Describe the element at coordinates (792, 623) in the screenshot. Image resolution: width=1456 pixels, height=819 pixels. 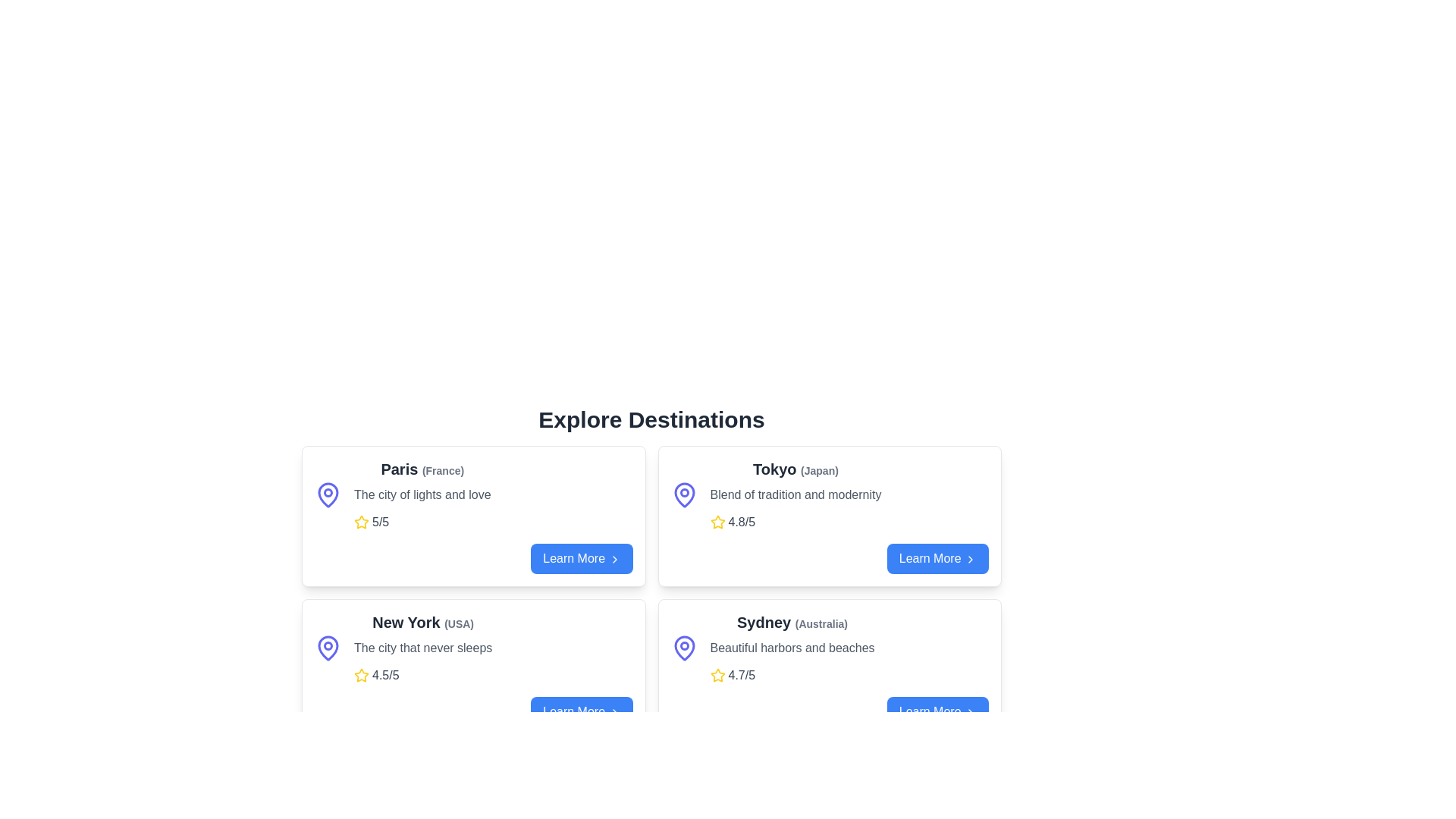
I see `the text label displaying the travel destination 'Sydney (Australia)' located in the second row and second column of the destination cards grid` at that location.